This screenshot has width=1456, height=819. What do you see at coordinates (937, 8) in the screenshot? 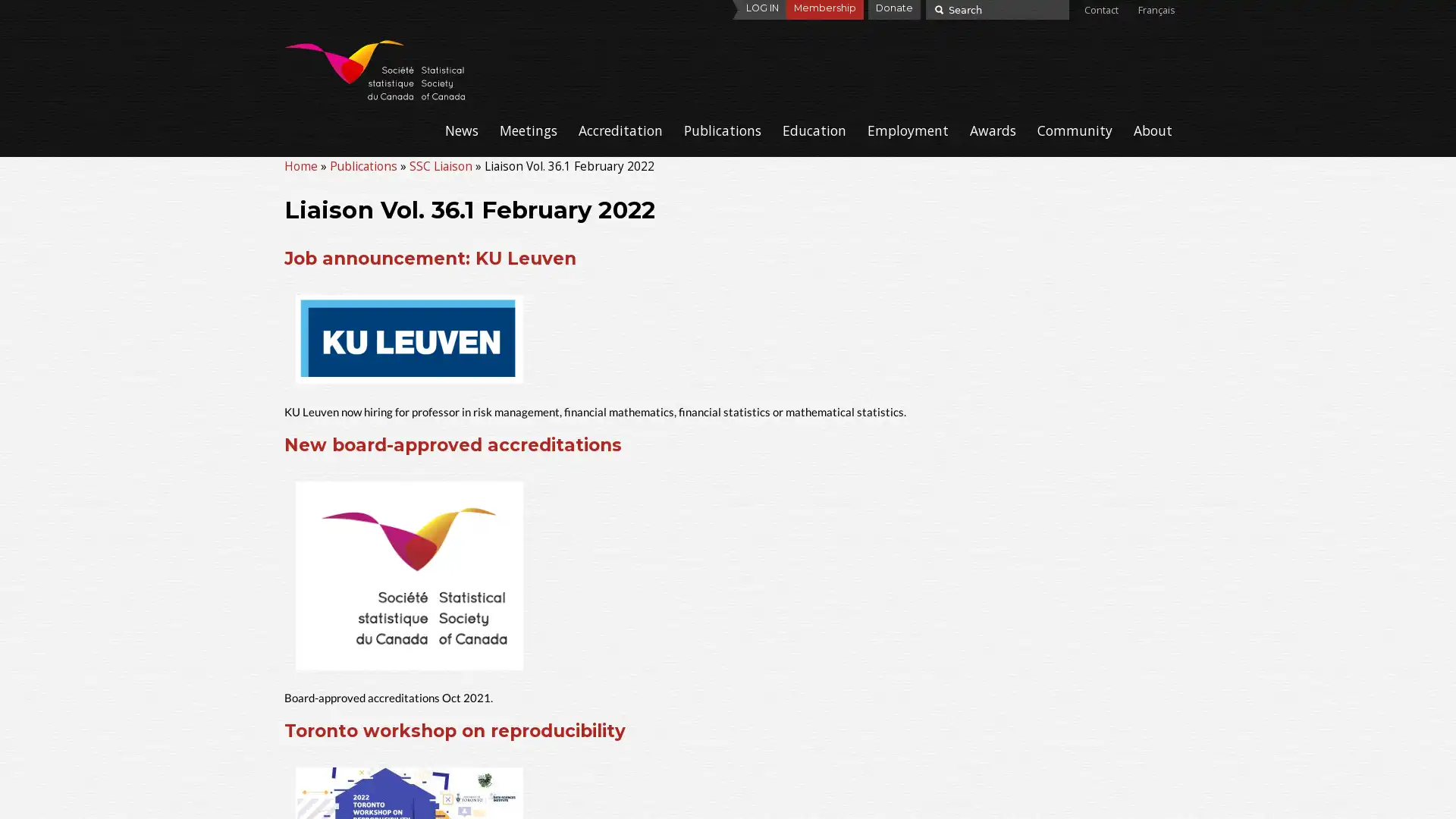
I see `Search` at bounding box center [937, 8].